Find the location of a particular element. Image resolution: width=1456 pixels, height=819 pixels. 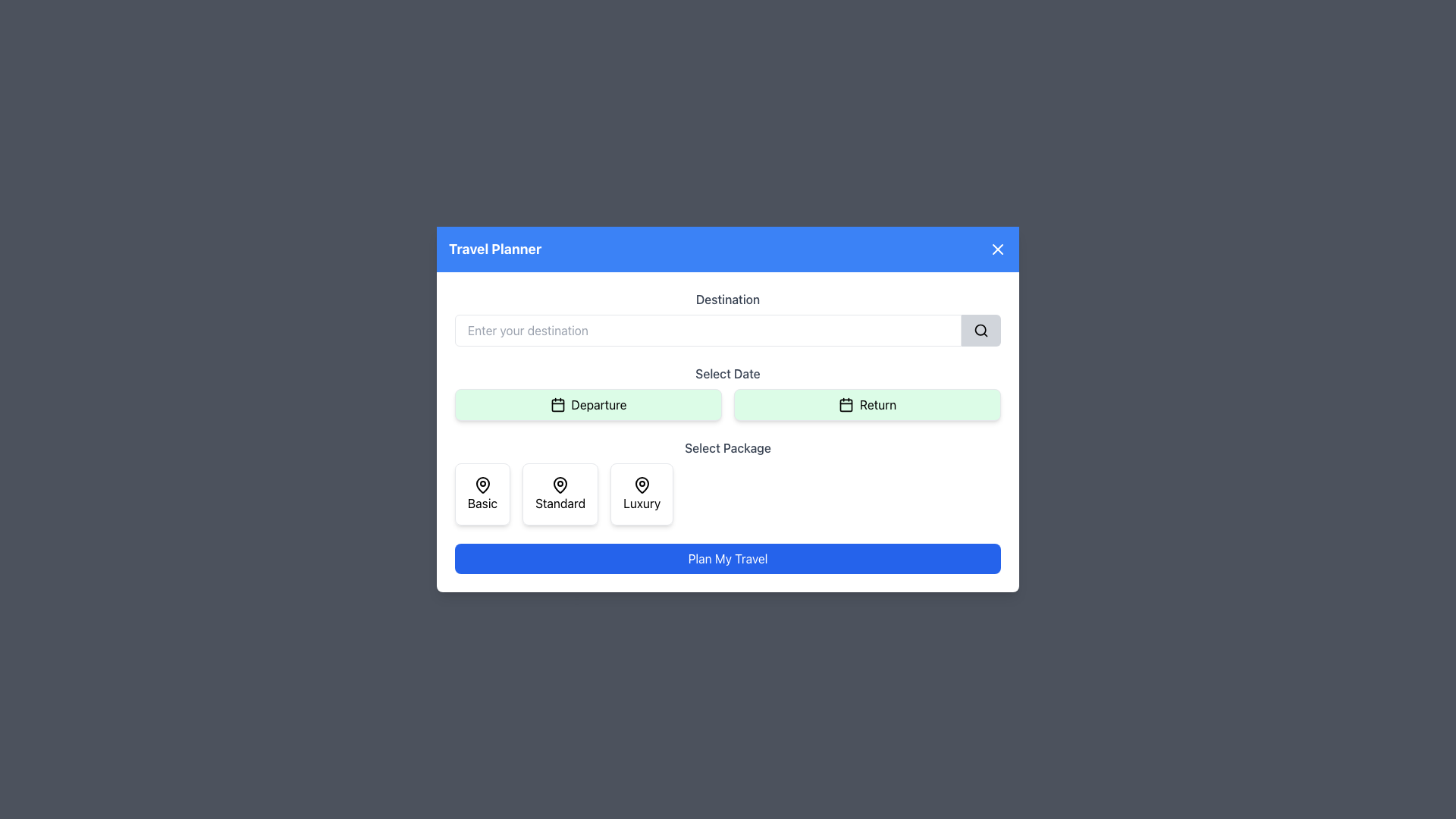

the Horizontal option selector for package levels located centrally below the 'Select Package' section to bring up the context menu is located at coordinates (728, 494).